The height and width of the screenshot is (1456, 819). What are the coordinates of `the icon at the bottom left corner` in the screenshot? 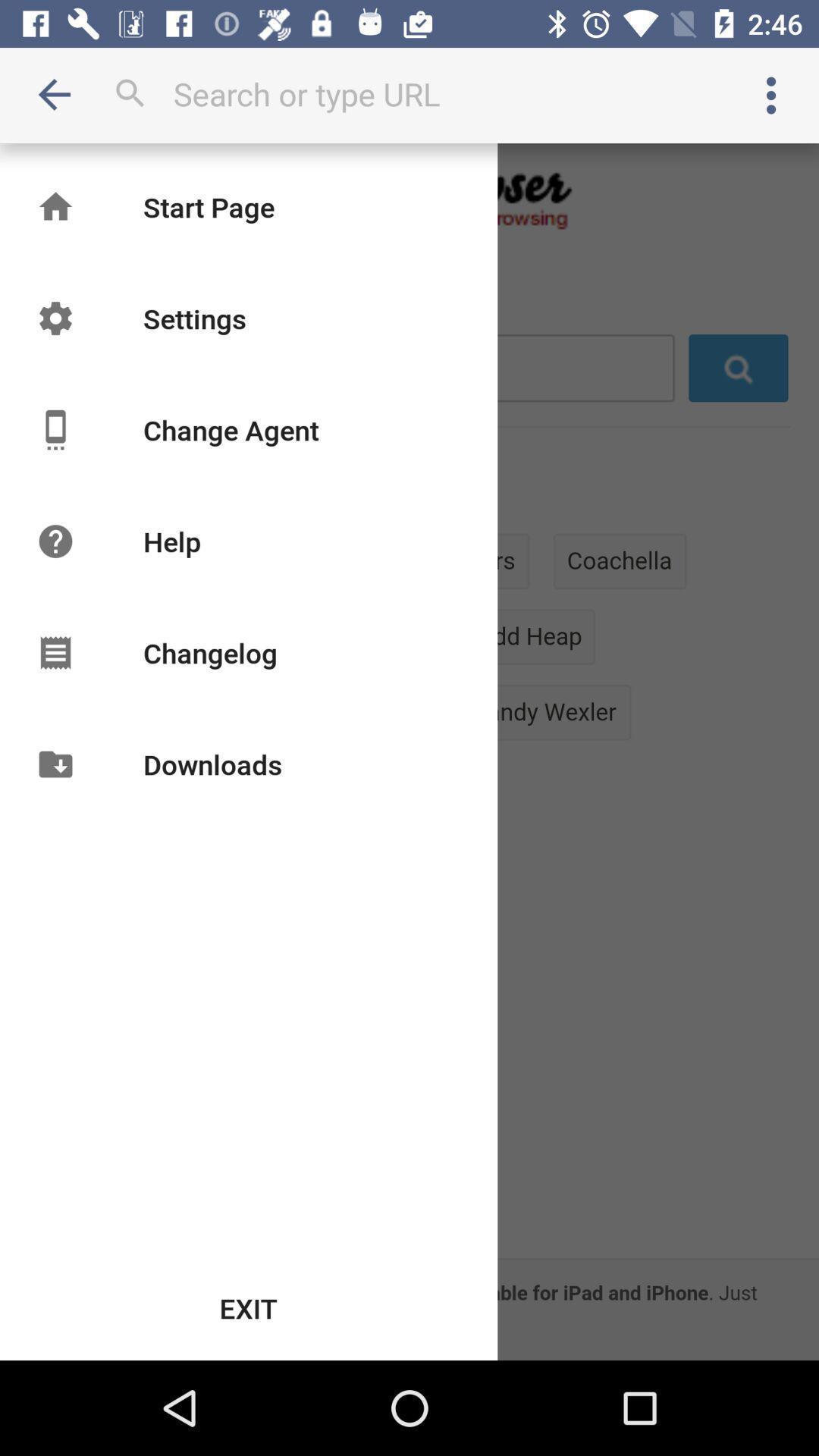 It's located at (248, 1307).